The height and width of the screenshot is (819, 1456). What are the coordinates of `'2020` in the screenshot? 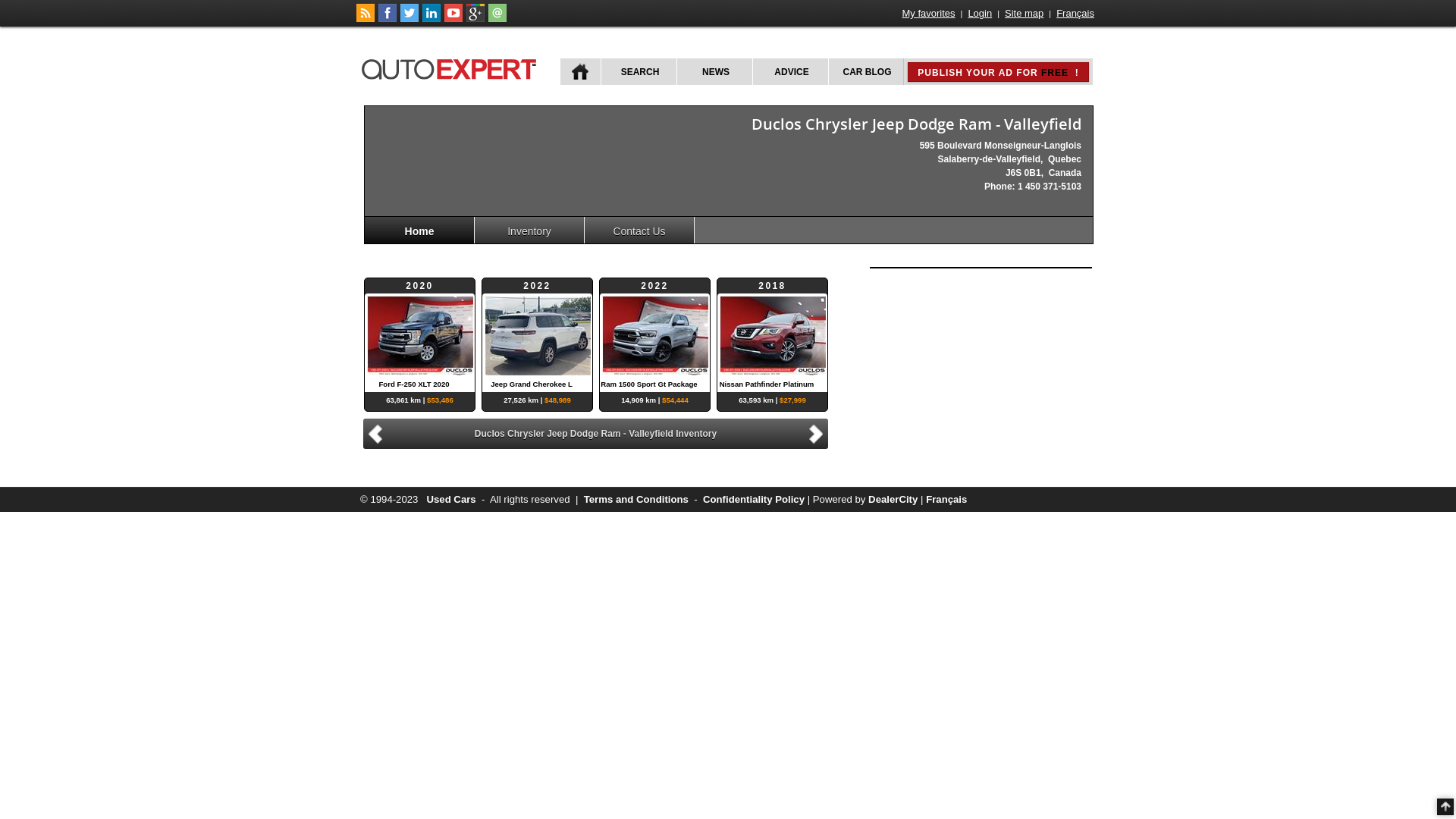 It's located at (419, 334).